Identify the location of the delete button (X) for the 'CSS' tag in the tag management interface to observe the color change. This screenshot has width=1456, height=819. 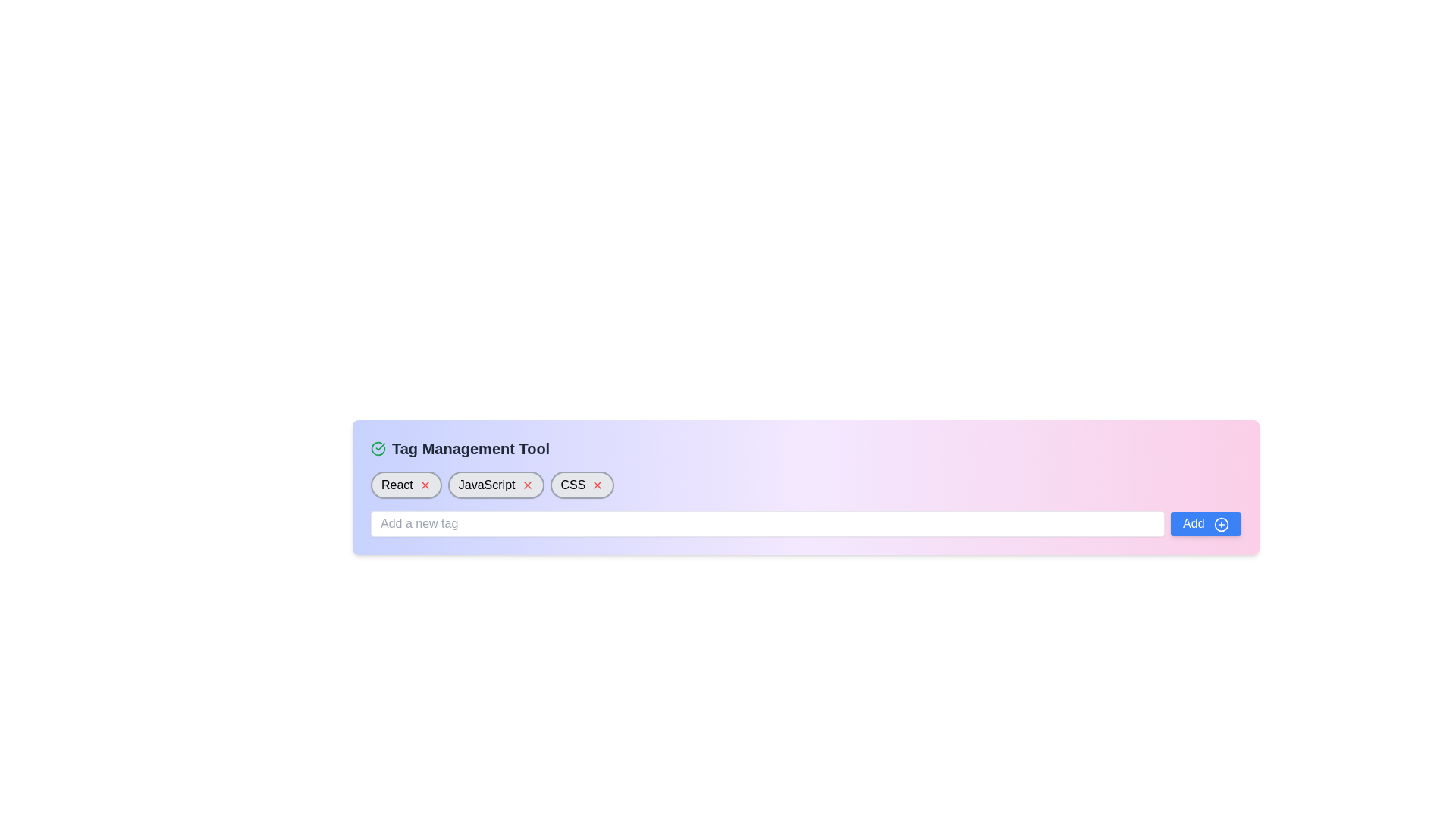
(597, 485).